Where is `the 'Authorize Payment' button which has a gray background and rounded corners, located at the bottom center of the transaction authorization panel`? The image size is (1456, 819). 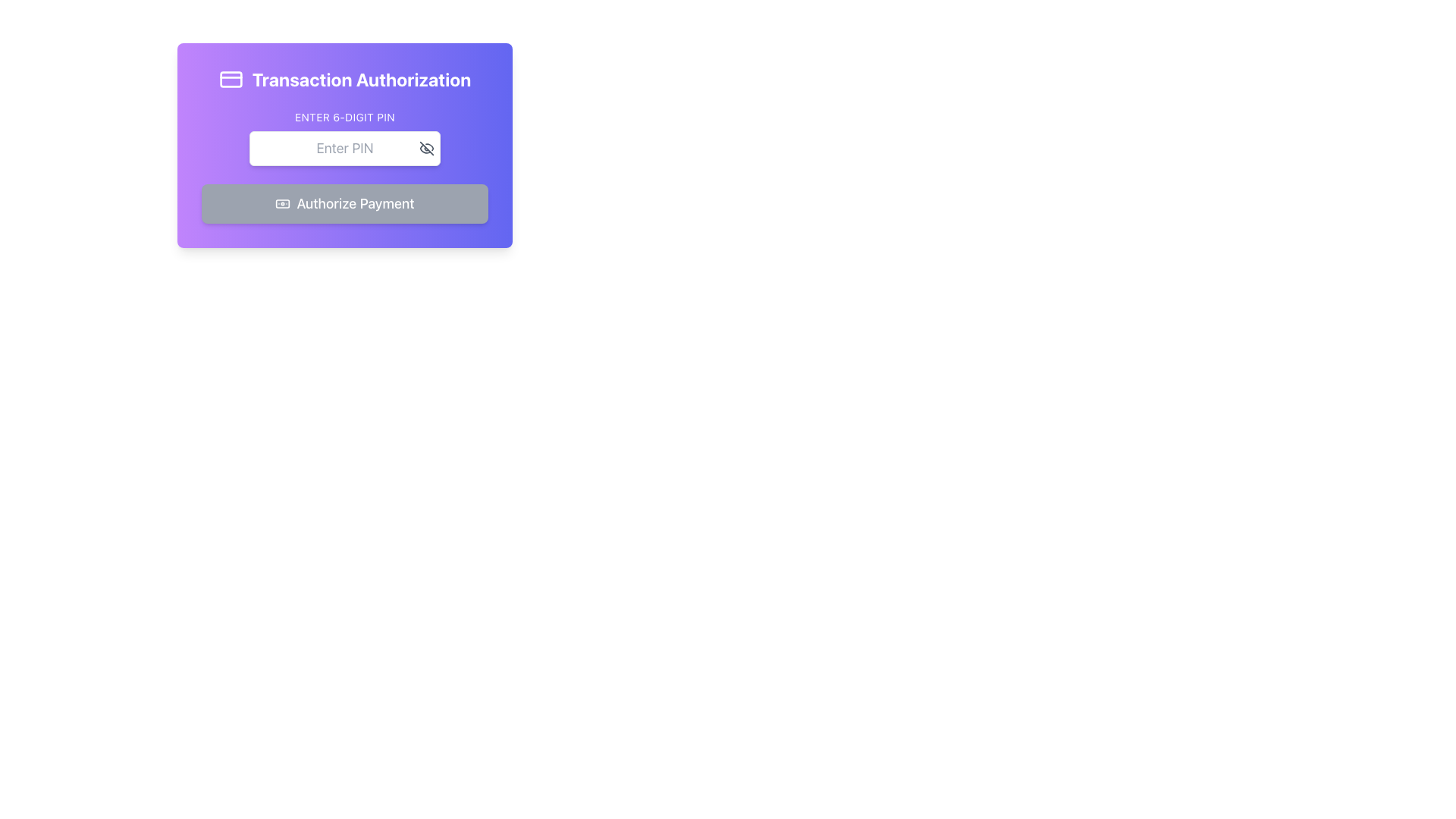
the 'Authorize Payment' button which has a gray background and rounded corners, located at the bottom center of the transaction authorization panel is located at coordinates (355, 203).